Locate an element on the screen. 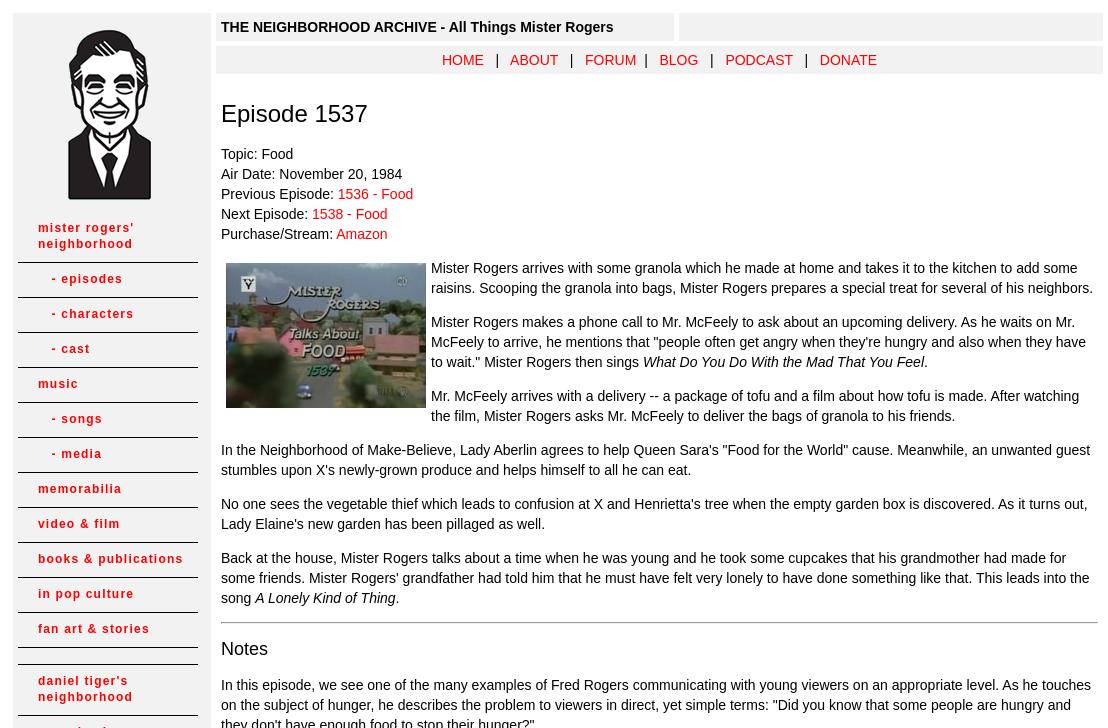 The width and height of the screenshot is (1108, 728). 'PODCAST' is located at coordinates (758, 59).